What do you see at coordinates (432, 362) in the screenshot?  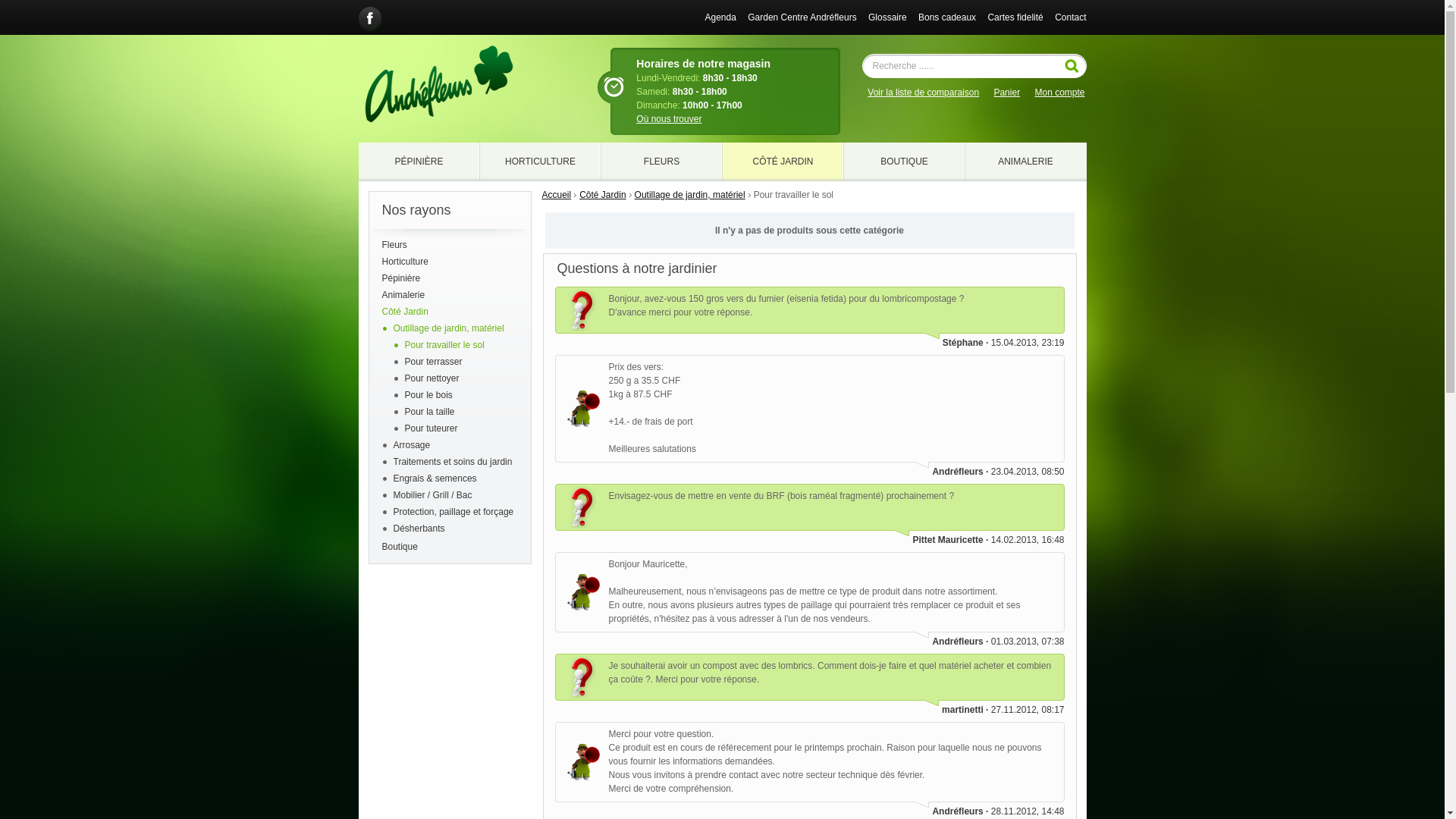 I see `'Pour terrasser'` at bounding box center [432, 362].